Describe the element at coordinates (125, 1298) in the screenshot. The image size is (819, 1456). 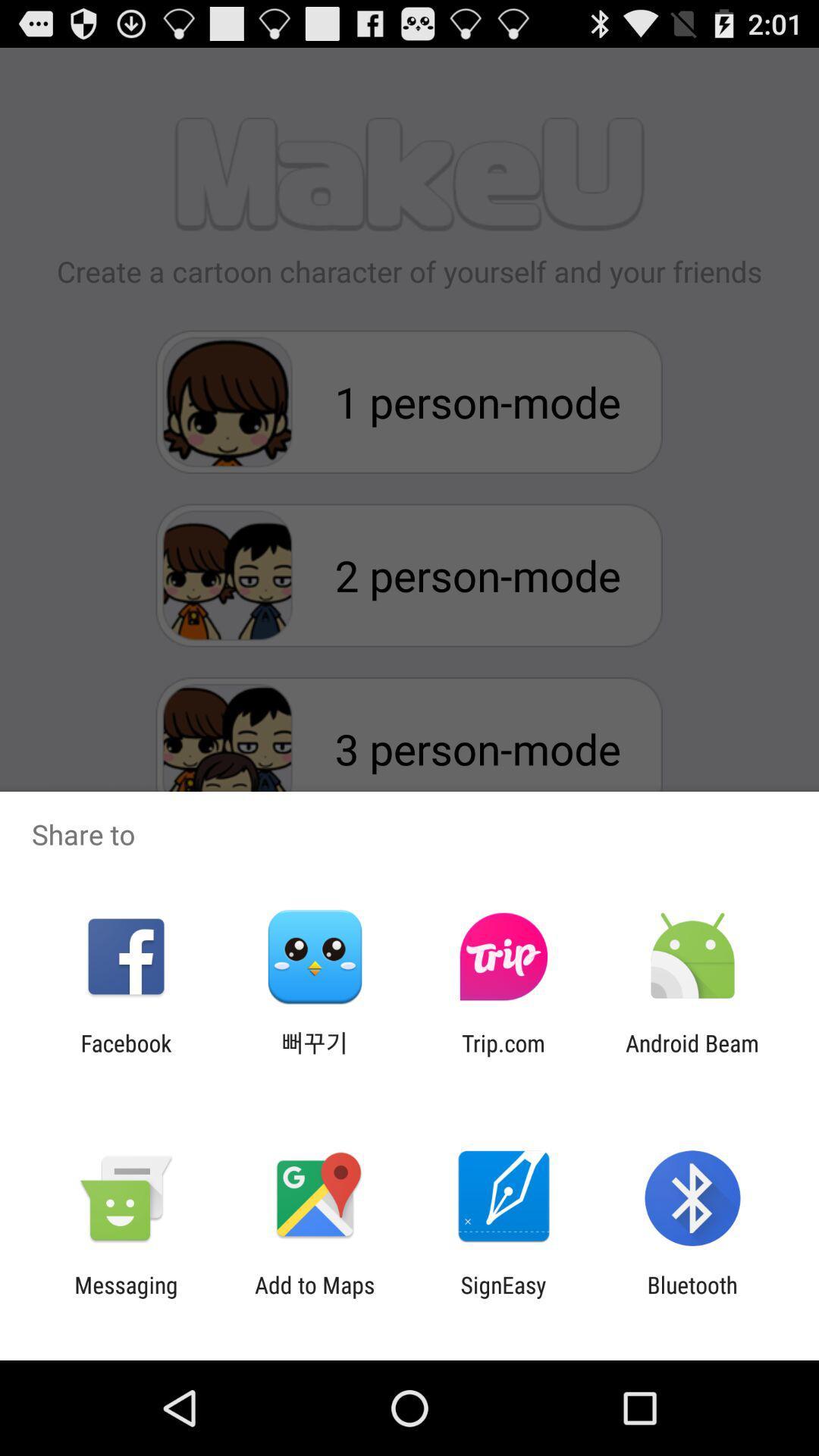
I see `messaging app` at that location.